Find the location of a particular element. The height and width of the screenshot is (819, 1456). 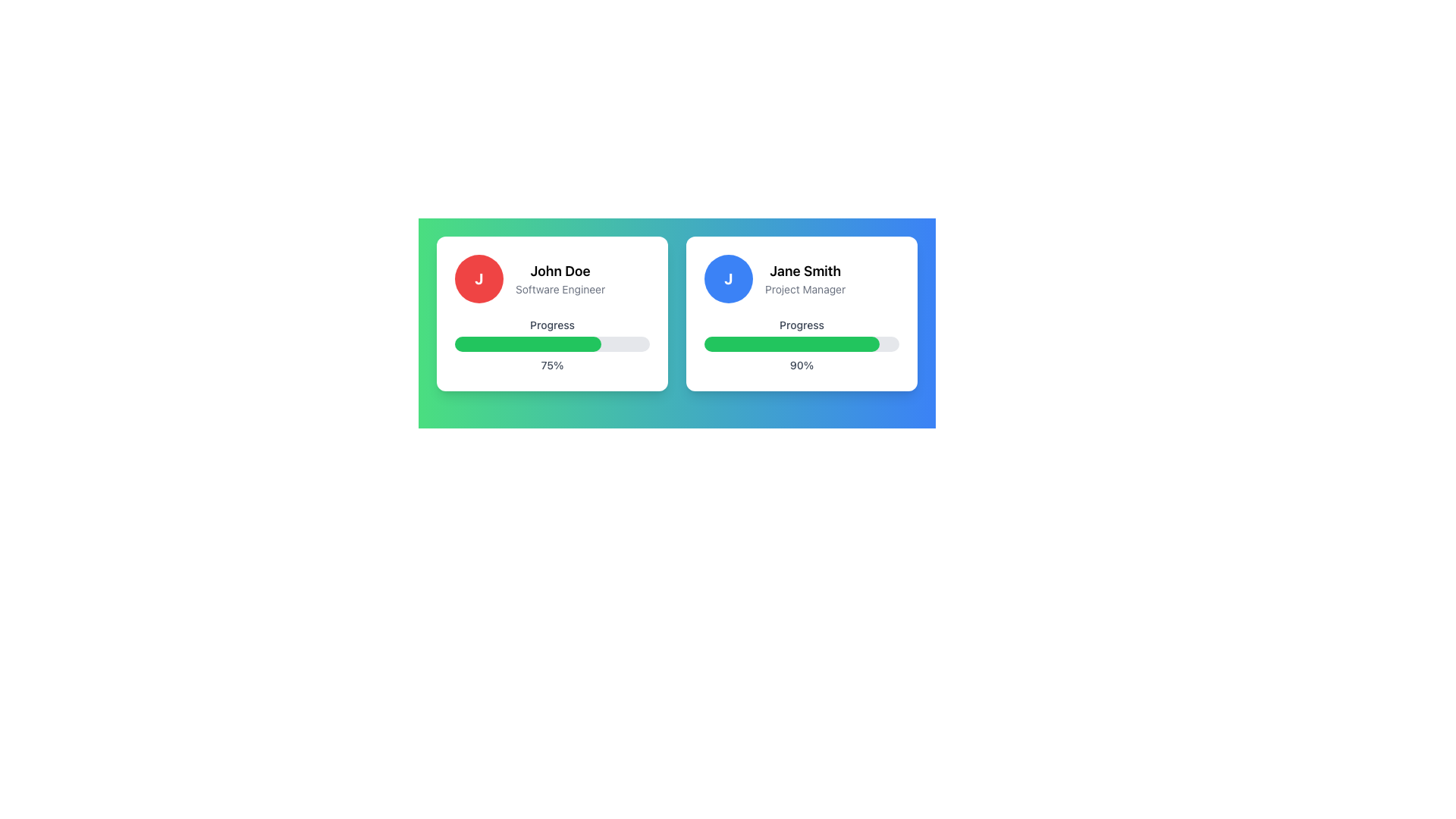

the nearly full horizontal green progress bar with rounded corners located in the right card beneath the 'Progress' label and above the '90%' text is located at coordinates (791, 344).